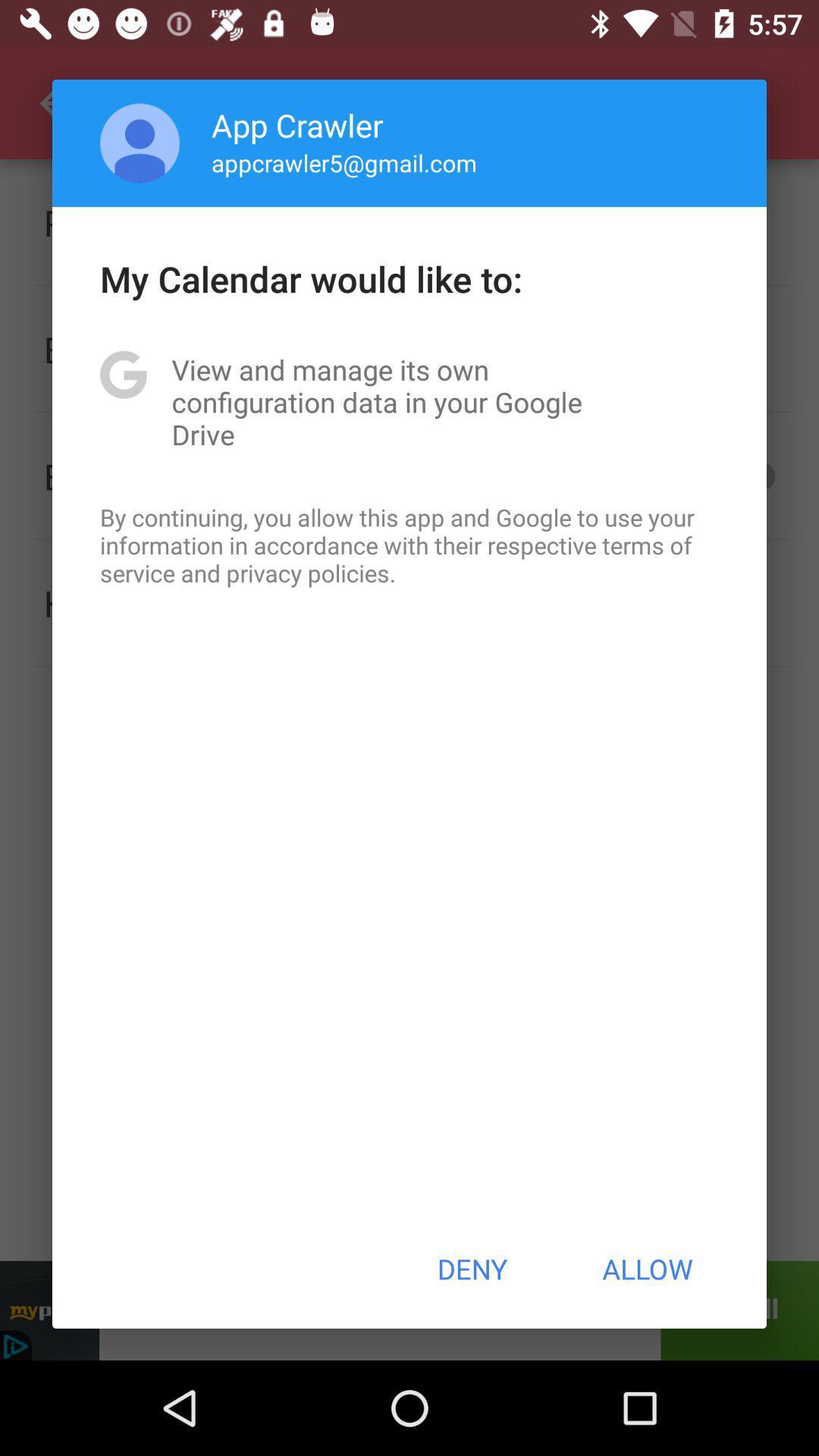 This screenshot has height=1456, width=819. Describe the element at coordinates (140, 143) in the screenshot. I see `icon to the left of app crawler app` at that location.